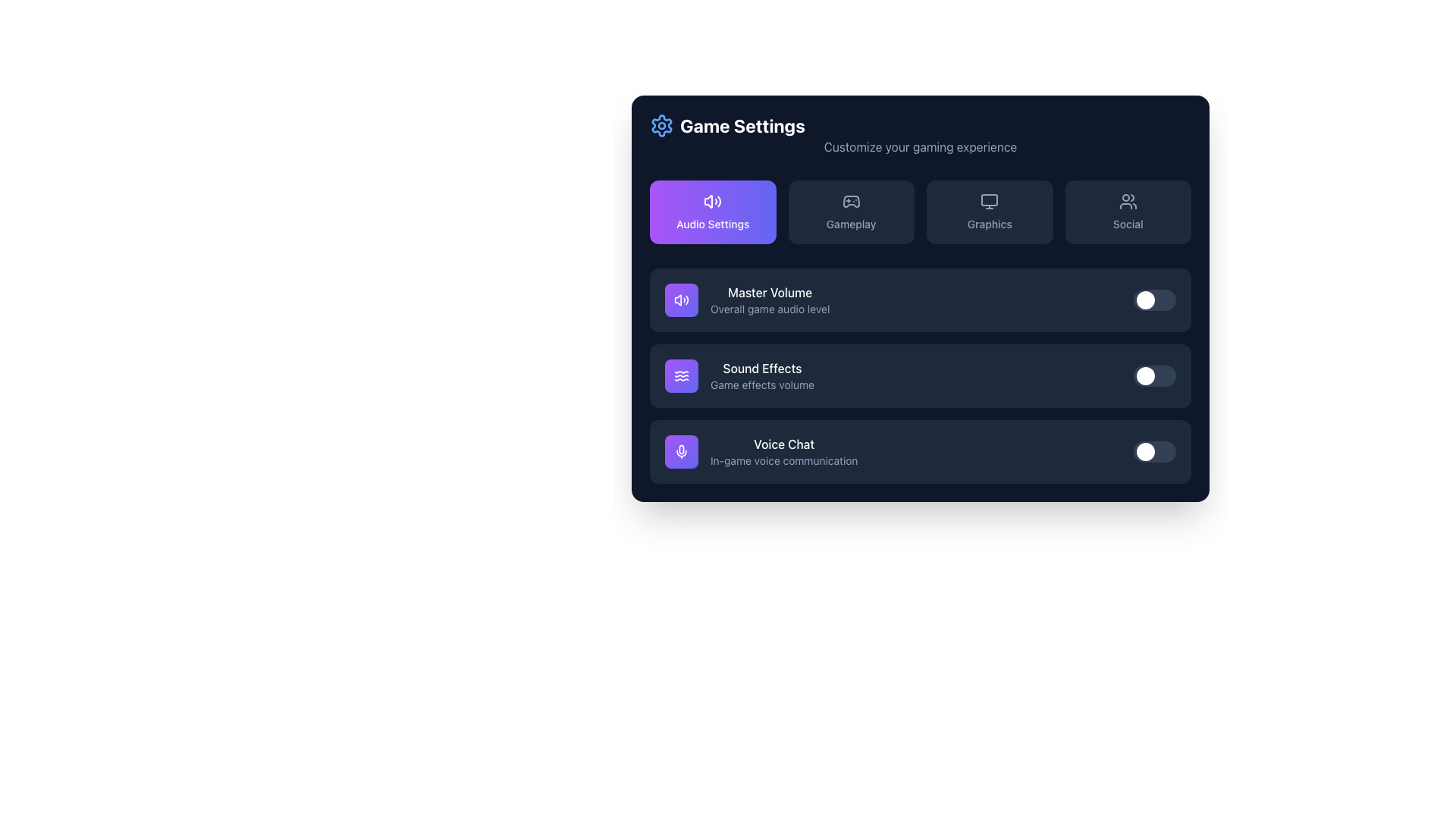 The height and width of the screenshot is (819, 1456). Describe the element at coordinates (770, 300) in the screenshot. I see `the 'Master Volume' text label in the 'Audio Settings' section, which describes the purpose of adjusting the overall game audio level, located to the right of a purple speaker icon` at that location.